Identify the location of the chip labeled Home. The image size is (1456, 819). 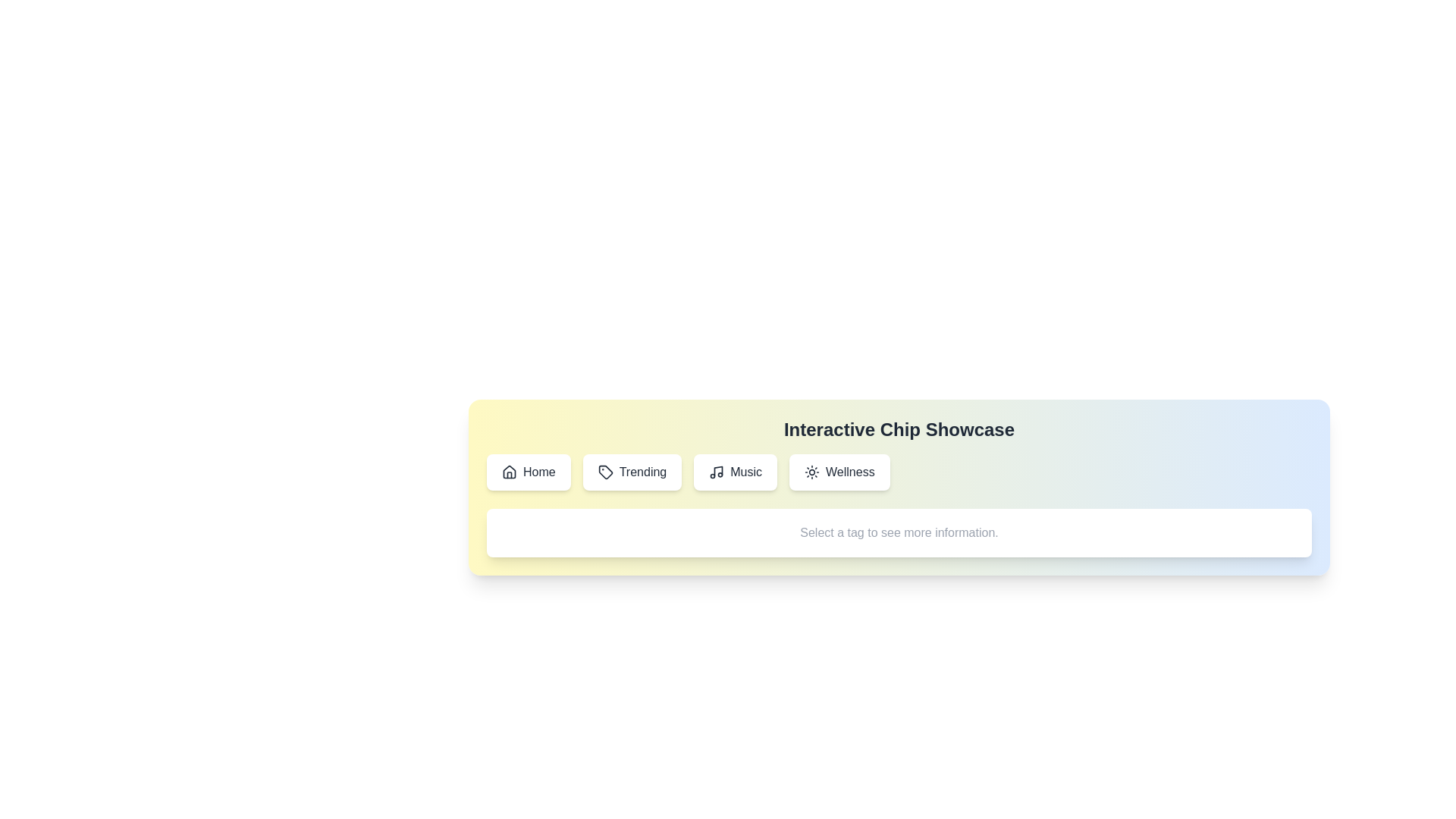
(529, 472).